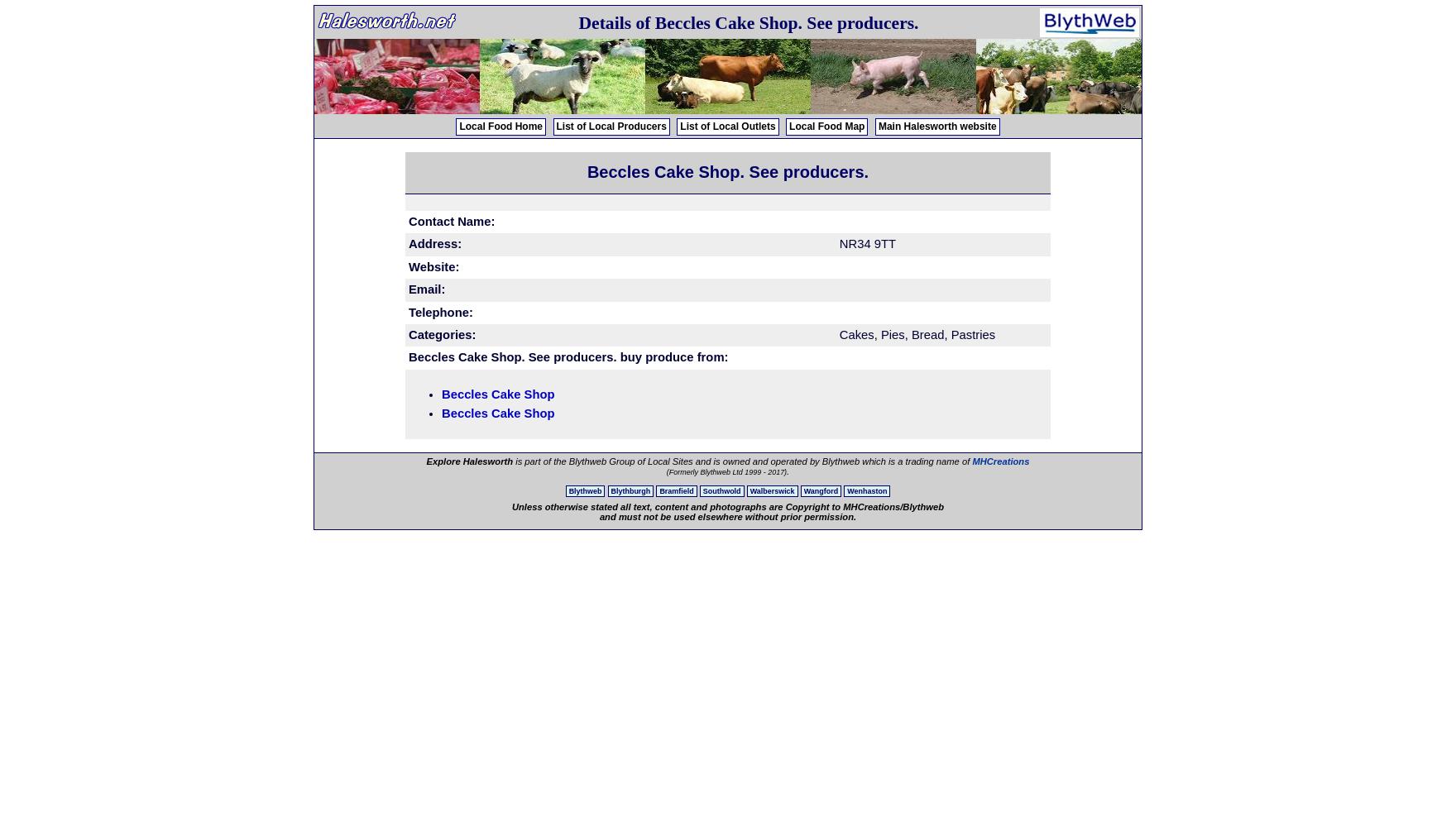  Describe the element at coordinates (867, 490) in the screenshot. I see `'Wenhaston'` at that location.